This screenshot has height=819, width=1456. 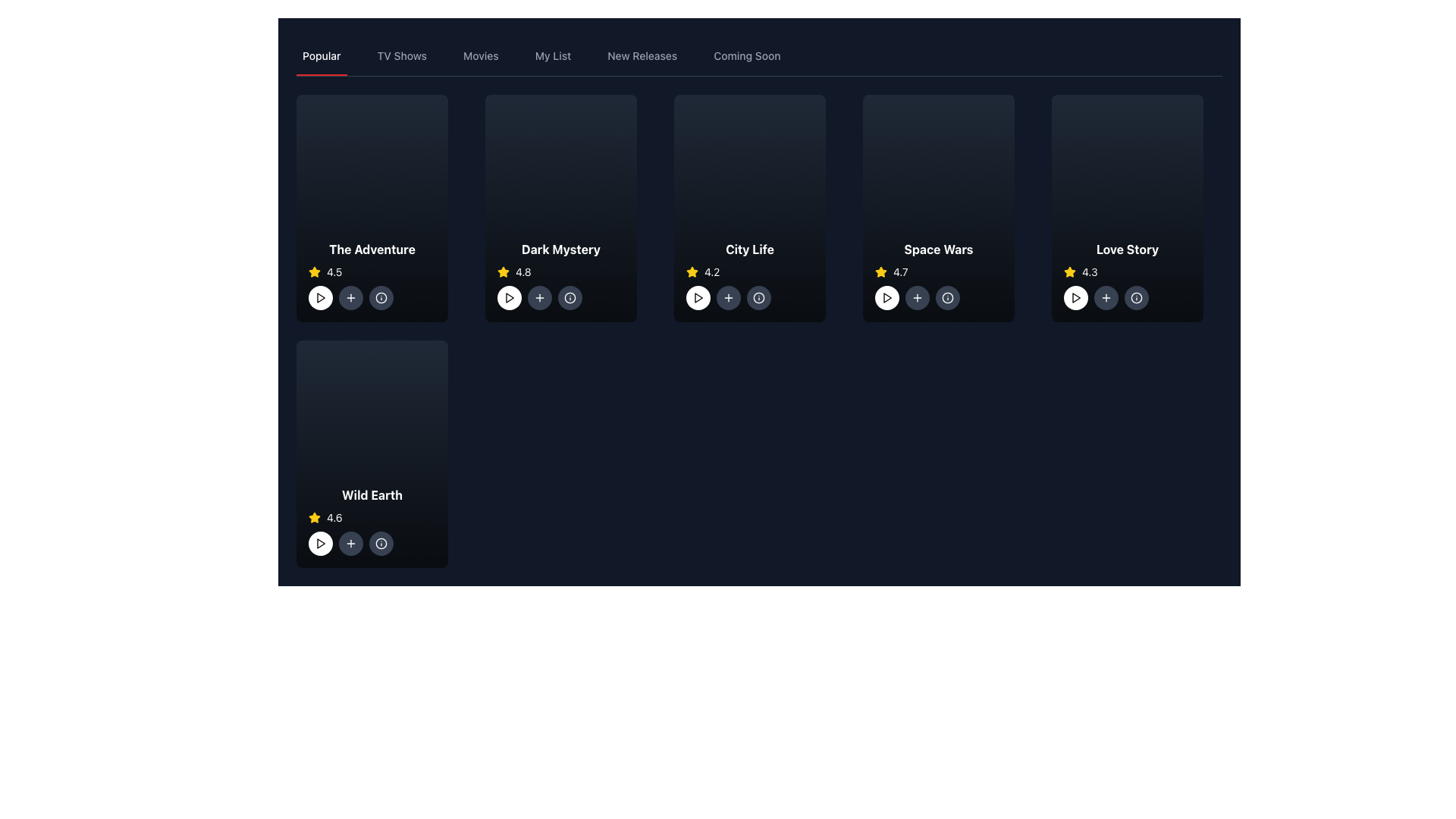 What do you see at coordinates (570, 298) in the screenshot?
I see `the third small button located at the bottom right of the 'Dark Mystery' item card in the grid` at bounding box center [570, 298].